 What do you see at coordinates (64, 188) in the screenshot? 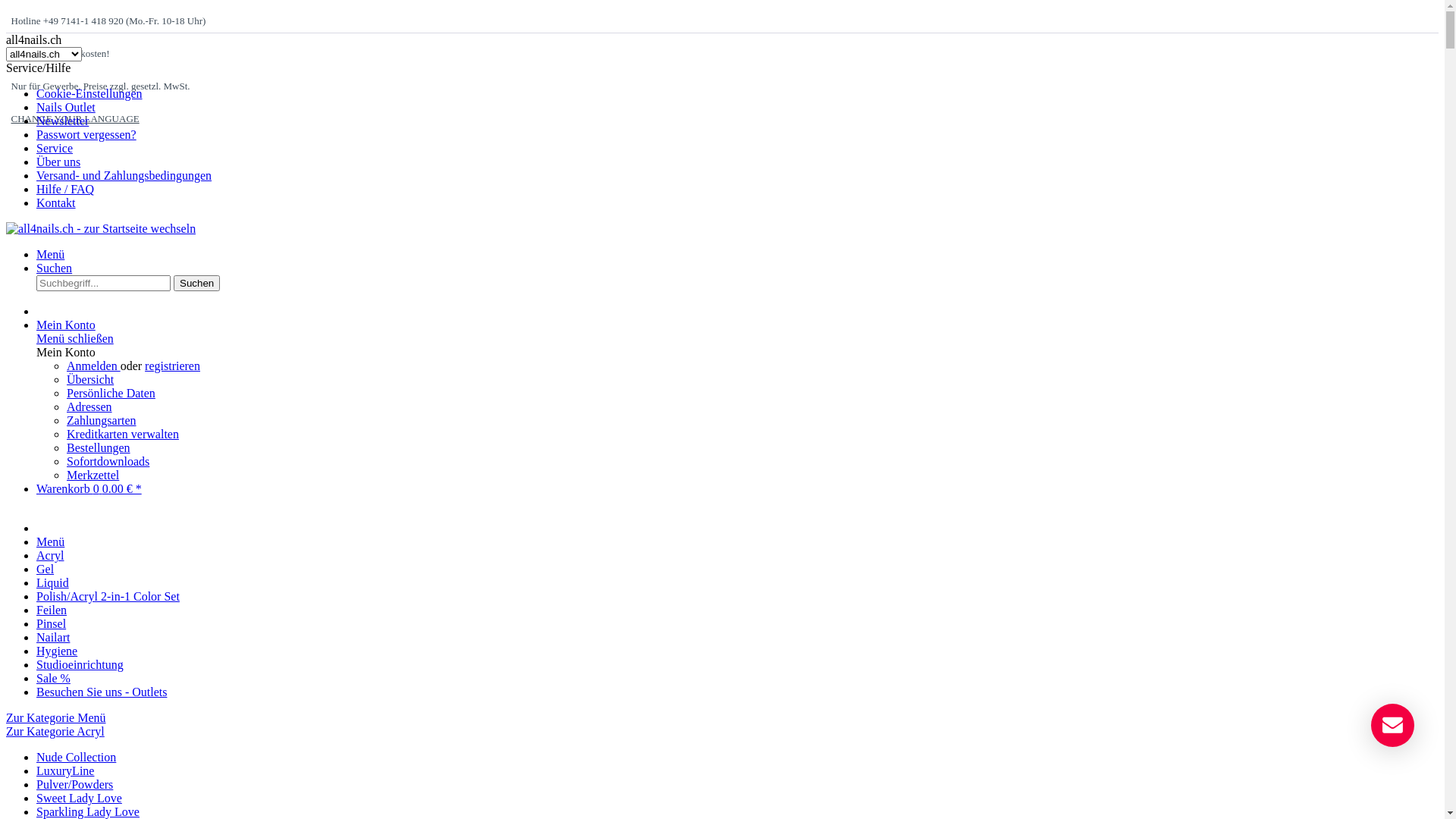
I see `'Hilfe / FAQ'` at bounding box center [64, 188].